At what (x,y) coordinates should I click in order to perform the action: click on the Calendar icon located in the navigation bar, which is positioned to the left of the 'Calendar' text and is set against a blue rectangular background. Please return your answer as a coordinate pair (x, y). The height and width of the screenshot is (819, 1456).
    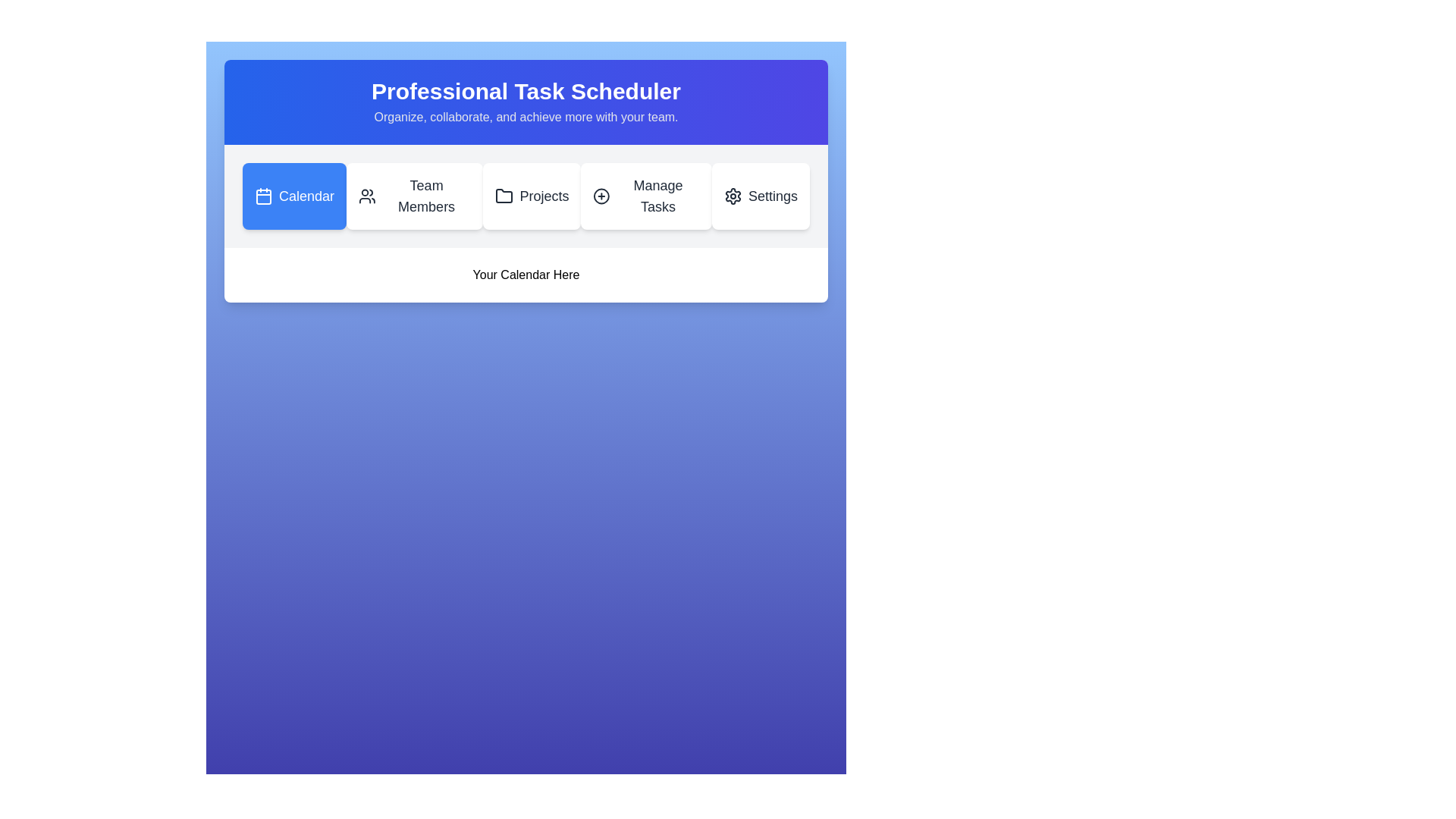
    Looking at the image, I should click on (263, 195).